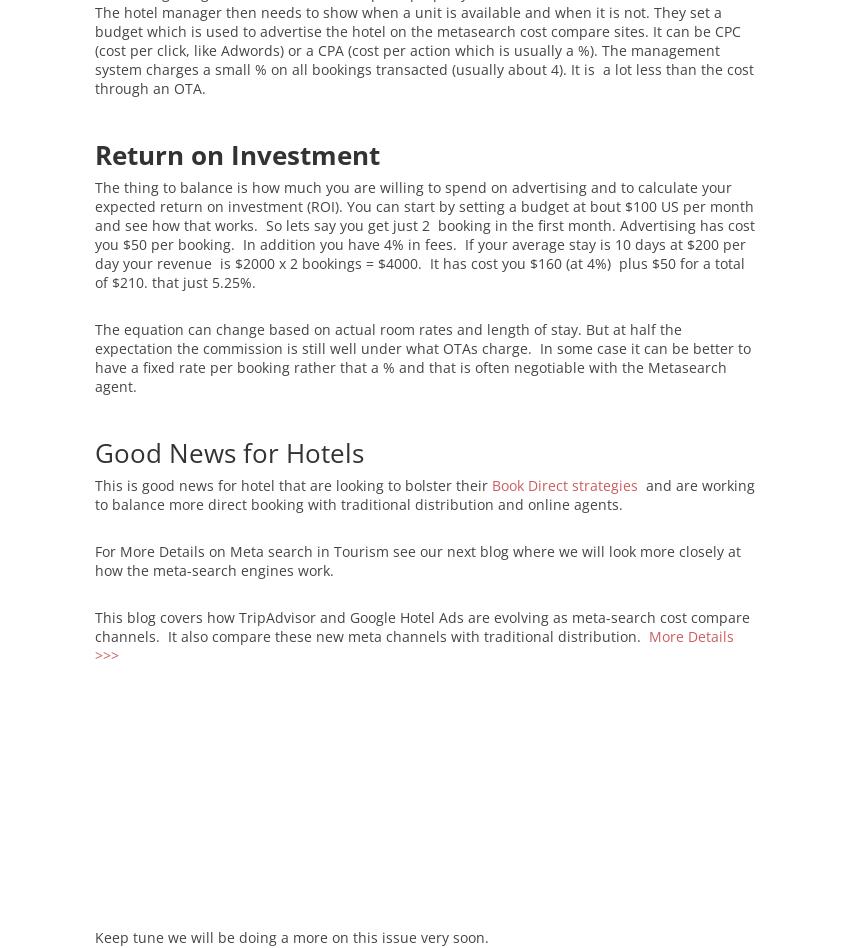 This screenshot has width=850, height=948. What do you see at coordinates (94, 451) in the screenshot?
I see `'Good News for Hotels'` at bounding box center [94, 451].